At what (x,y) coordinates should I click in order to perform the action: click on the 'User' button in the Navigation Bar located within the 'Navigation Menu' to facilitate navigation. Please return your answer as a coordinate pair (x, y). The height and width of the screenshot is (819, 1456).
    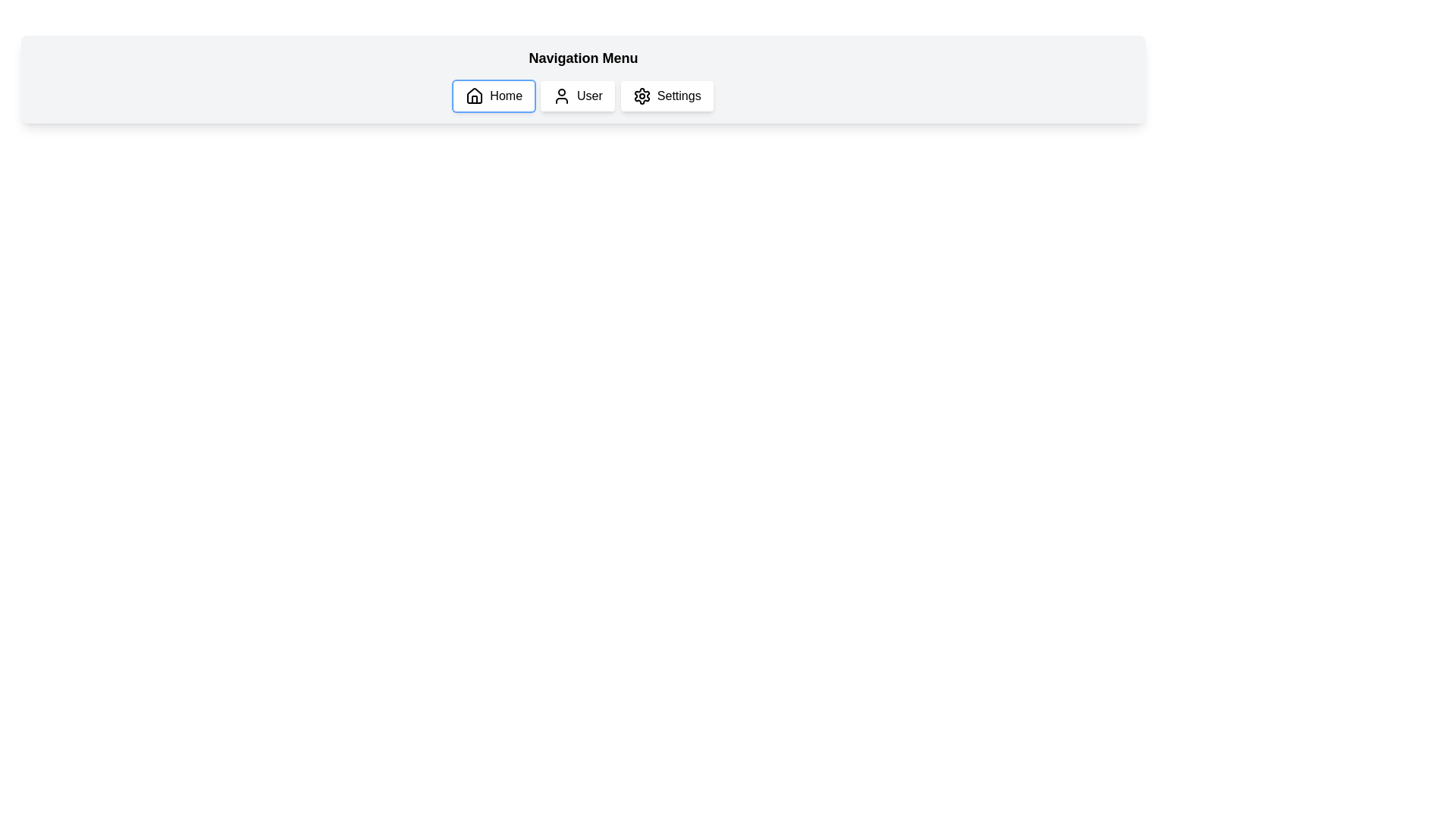
    Looking at the image, I should click on (582, 96).